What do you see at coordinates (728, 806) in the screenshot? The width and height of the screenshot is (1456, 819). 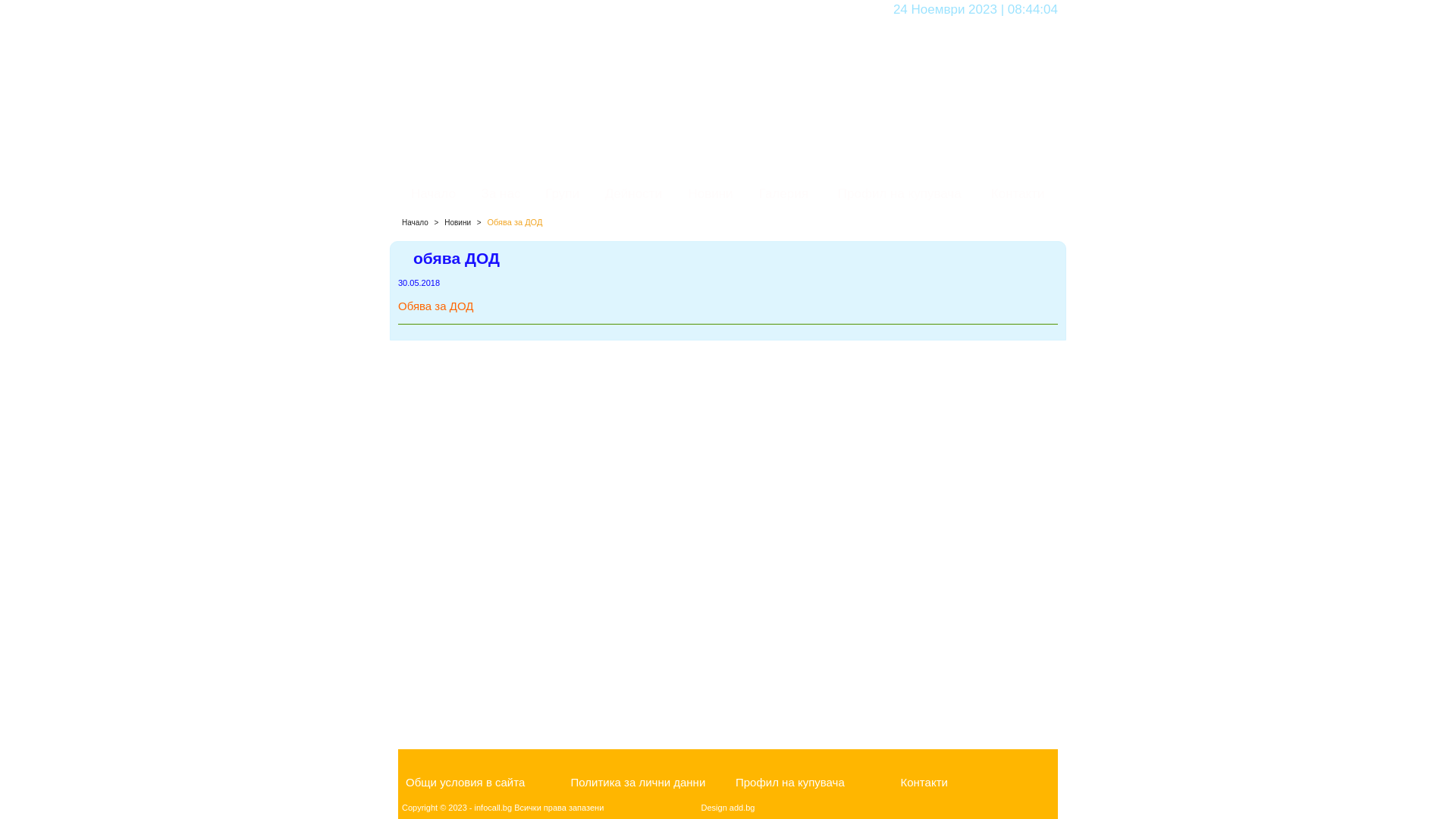 I see `'Design add.bg'` at bounding box center [728, 806].